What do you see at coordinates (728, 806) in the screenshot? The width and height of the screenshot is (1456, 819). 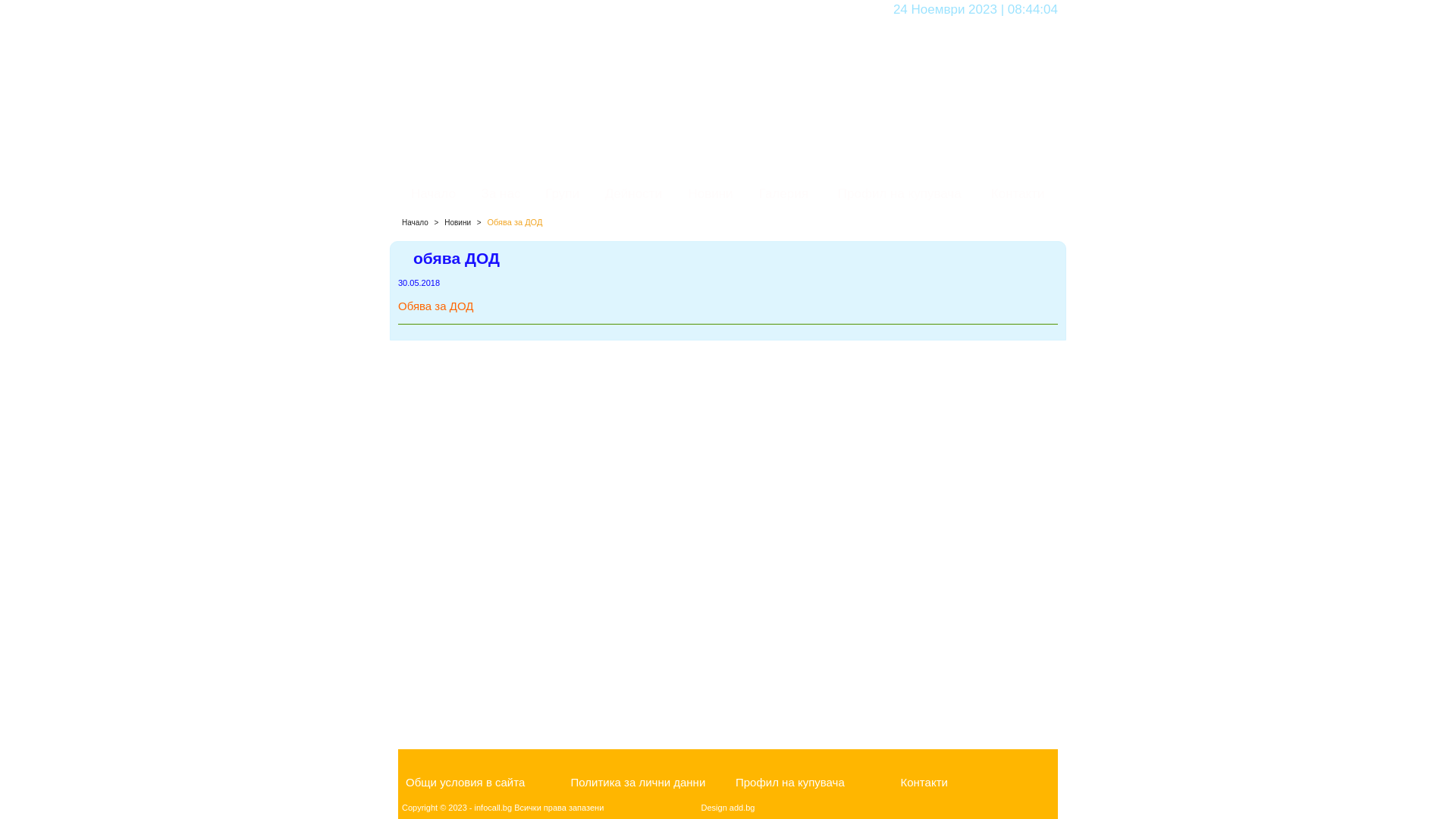 I see `'Design add.bg'` at bounding box center [728, 806].